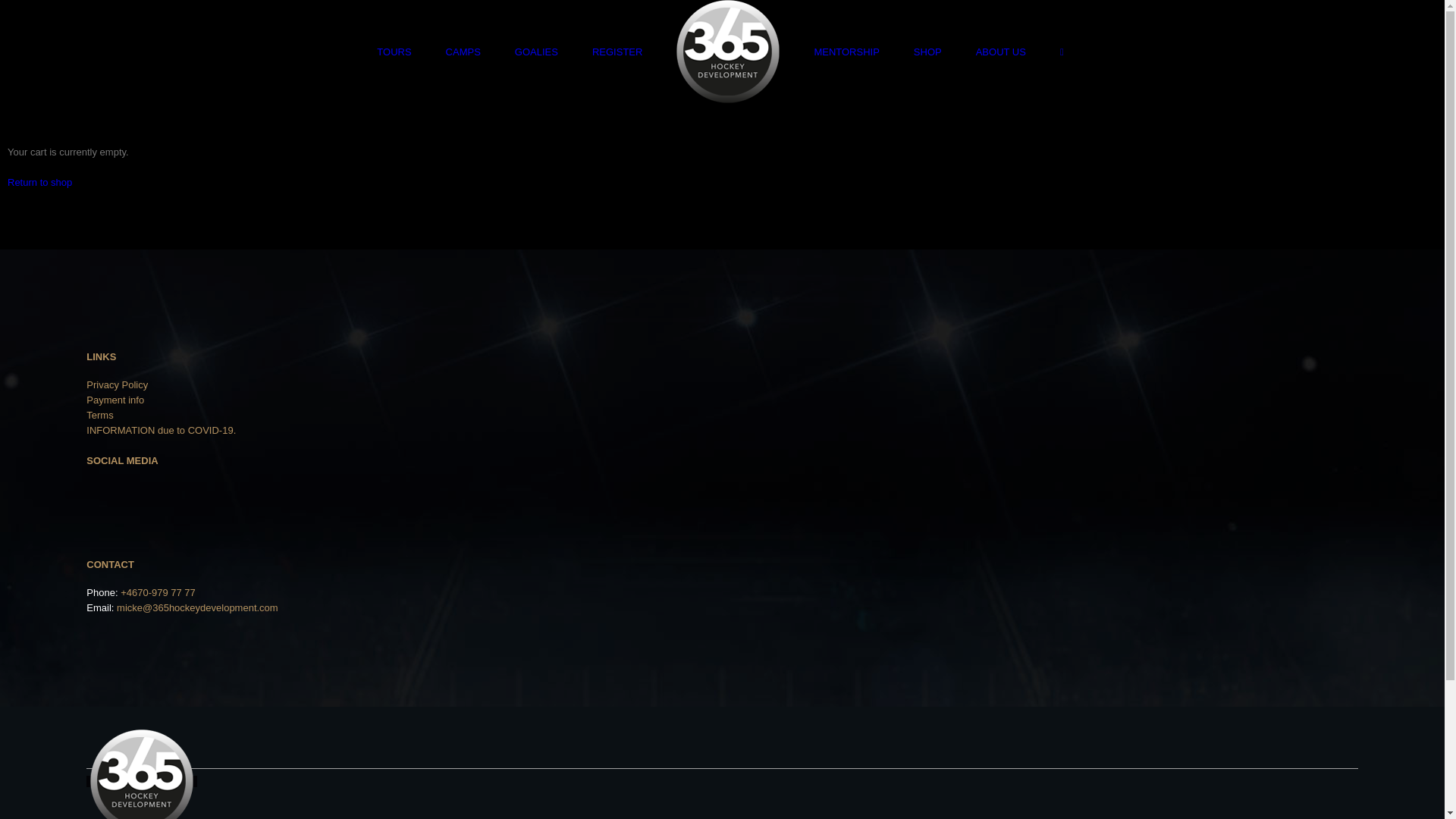  I want to click on 'GOALIES', so click(536, 51).